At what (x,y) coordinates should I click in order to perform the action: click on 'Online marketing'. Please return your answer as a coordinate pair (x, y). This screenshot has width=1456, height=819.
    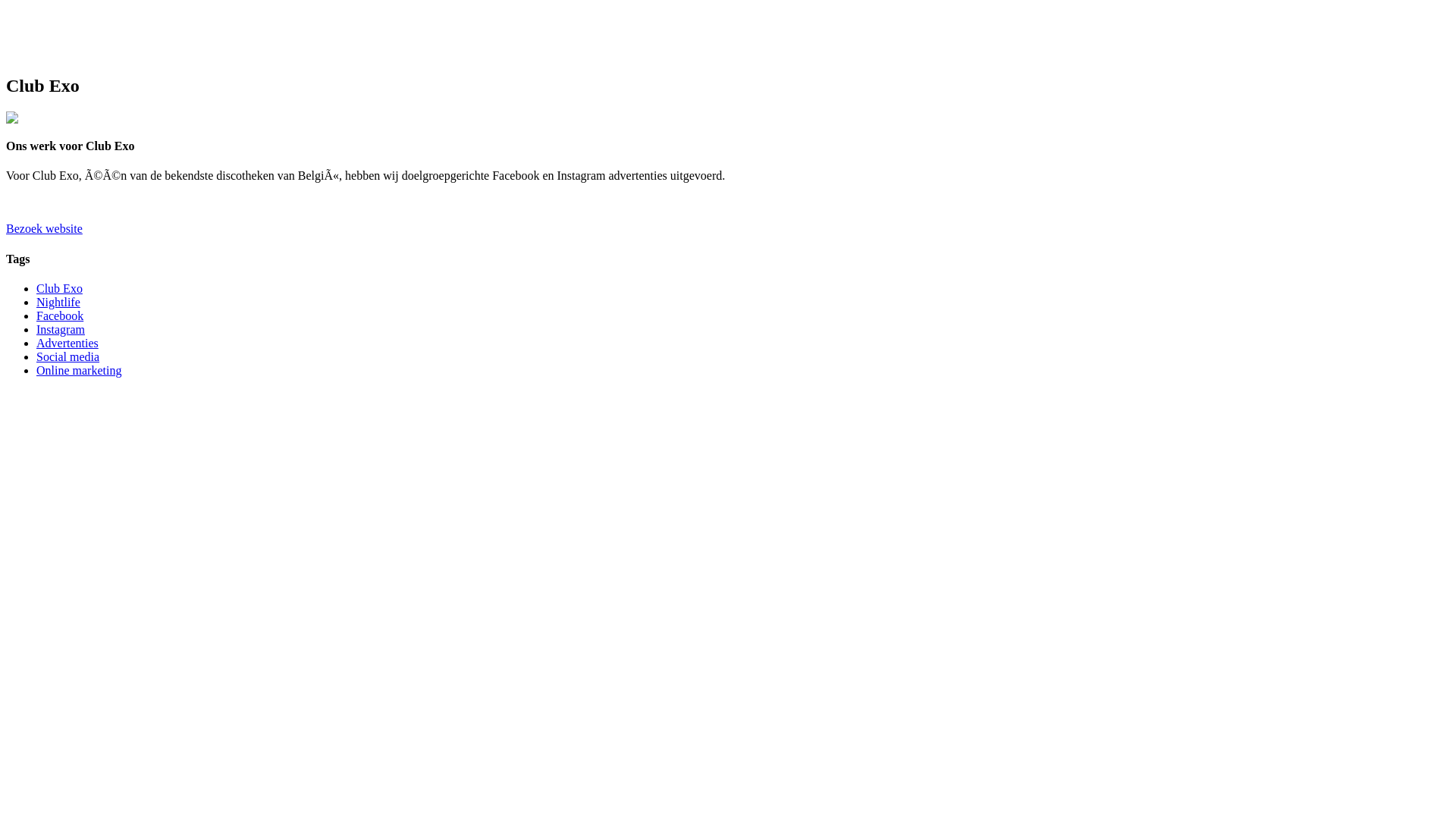
    Looking at the image, I should click on (78, 370).